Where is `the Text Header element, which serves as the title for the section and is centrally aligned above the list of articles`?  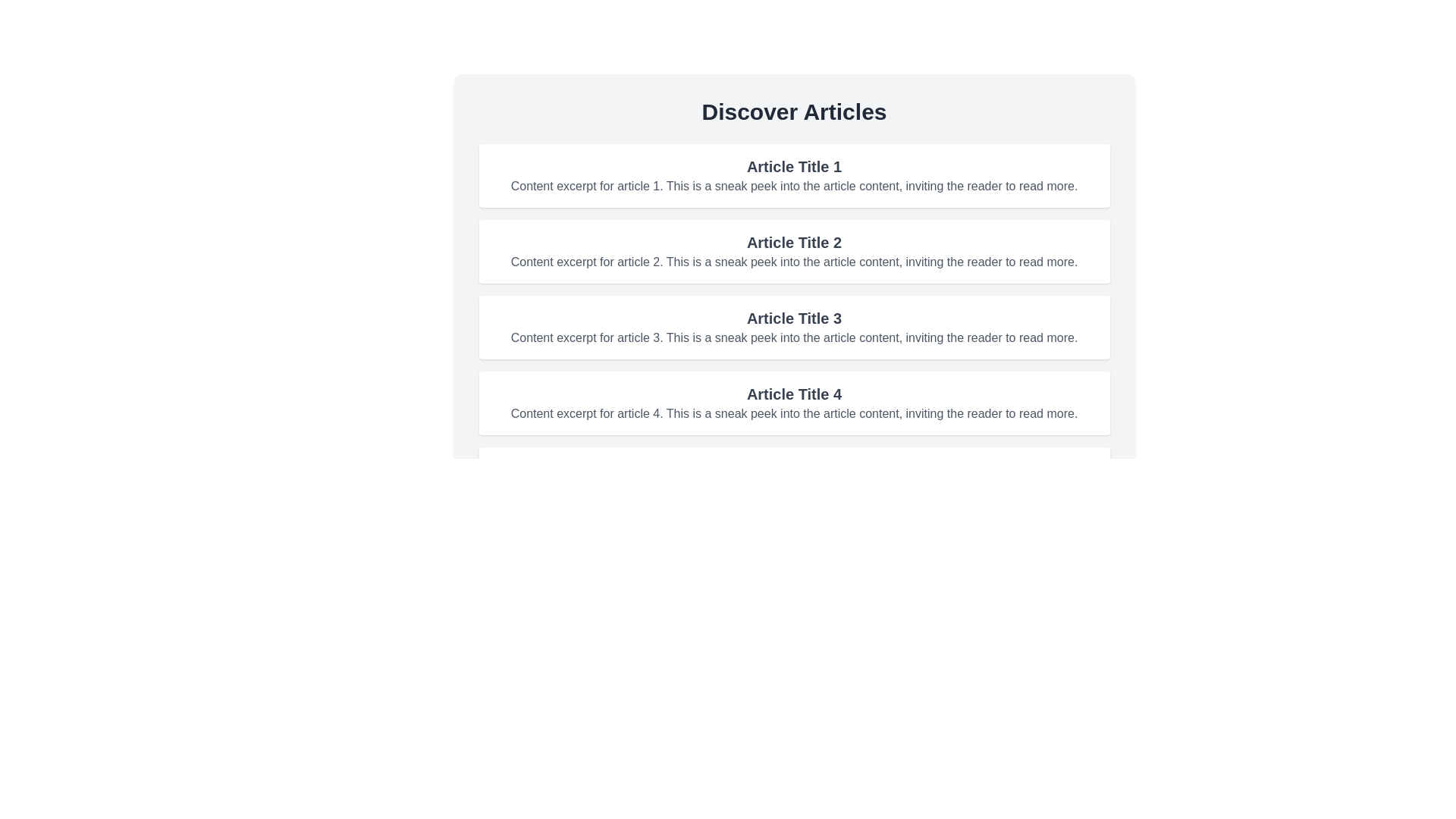
the Text Header element, which serves as the title for the section and is centrally aligned above the list of articles is located at coordinates (793, 111).